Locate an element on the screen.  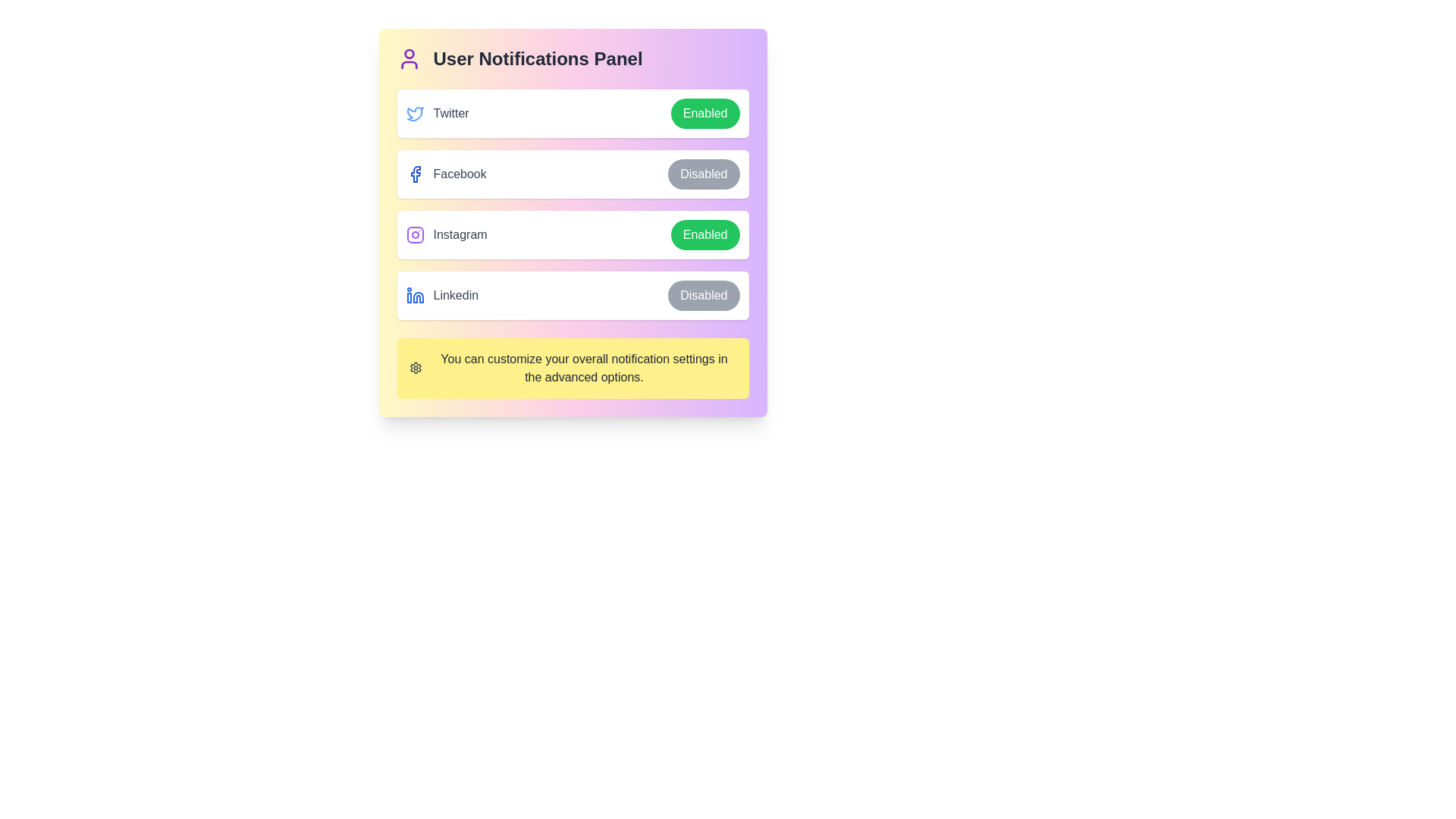
the Facebook logo in the horizontal list item is located at coordinates (572, 174).